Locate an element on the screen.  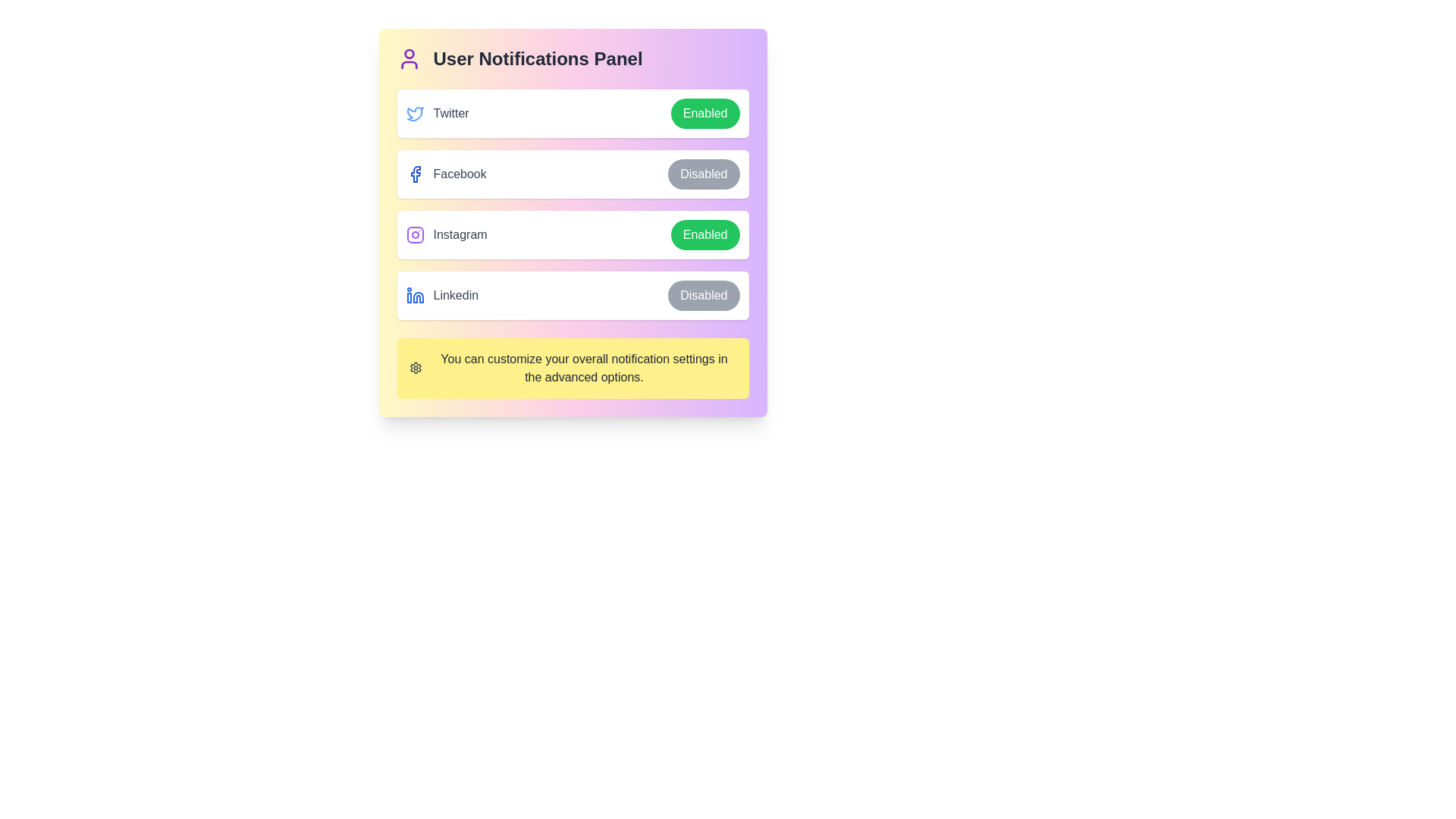
the Facebook logo in the horizontal list item is located at coordinates (572, 174).